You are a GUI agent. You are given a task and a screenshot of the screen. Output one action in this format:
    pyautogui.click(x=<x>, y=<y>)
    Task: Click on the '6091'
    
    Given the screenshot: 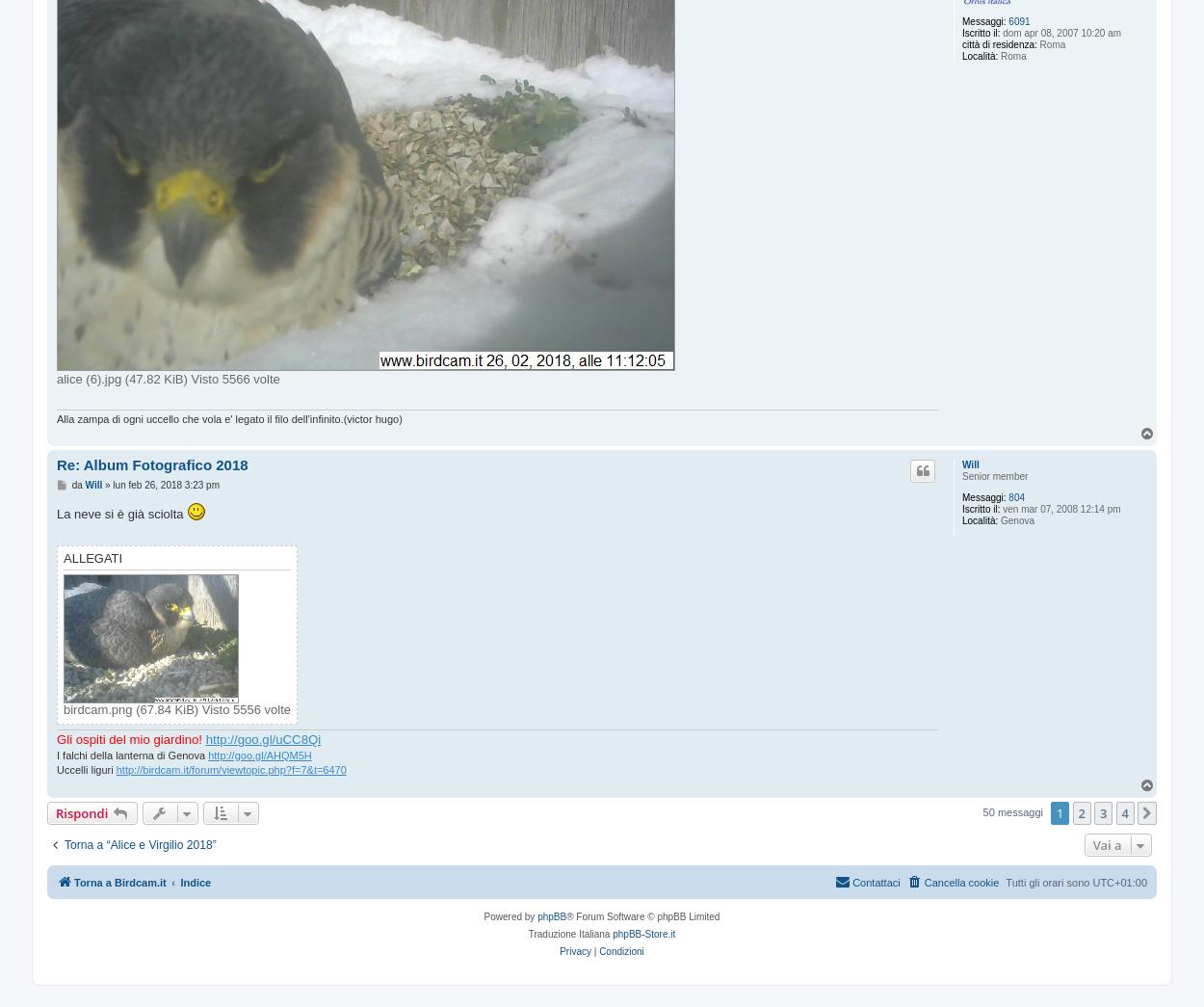 What is the action you would take?
    pyautogui.click(x=1019, y=19)
    